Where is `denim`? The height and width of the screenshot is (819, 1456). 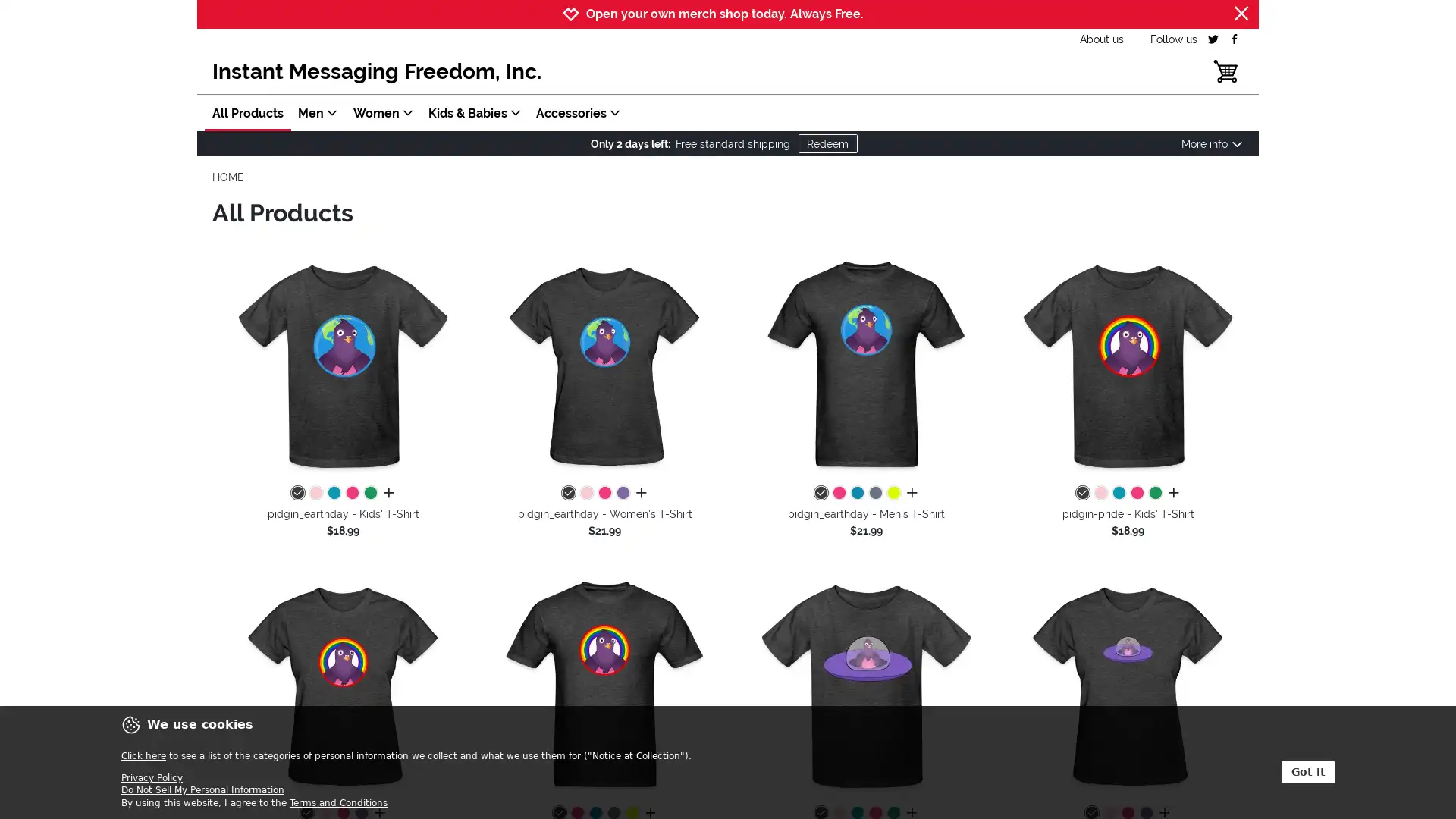 denim is located at coordinates (874, 494).